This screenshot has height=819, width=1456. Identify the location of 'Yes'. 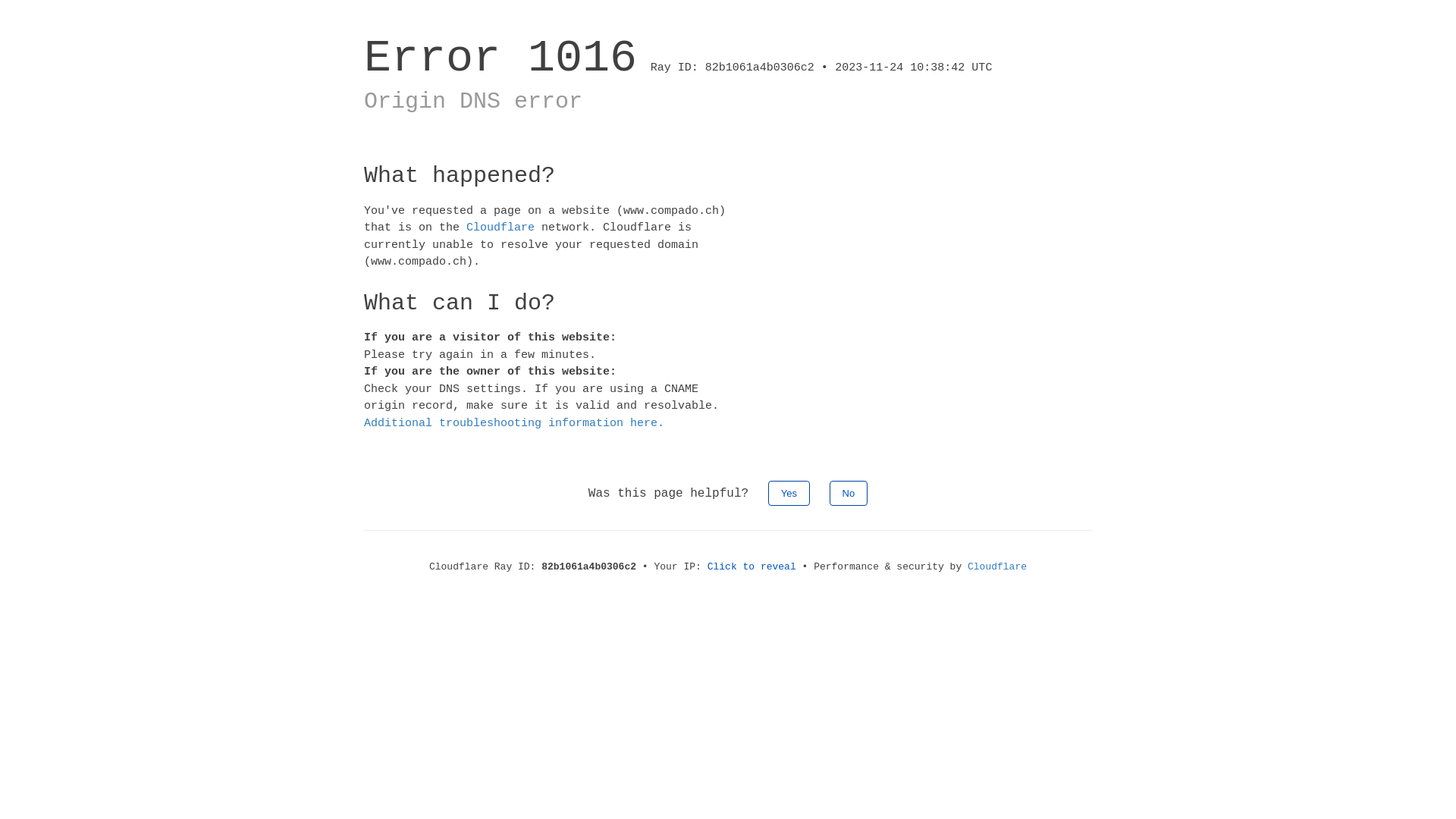
(789, 493).